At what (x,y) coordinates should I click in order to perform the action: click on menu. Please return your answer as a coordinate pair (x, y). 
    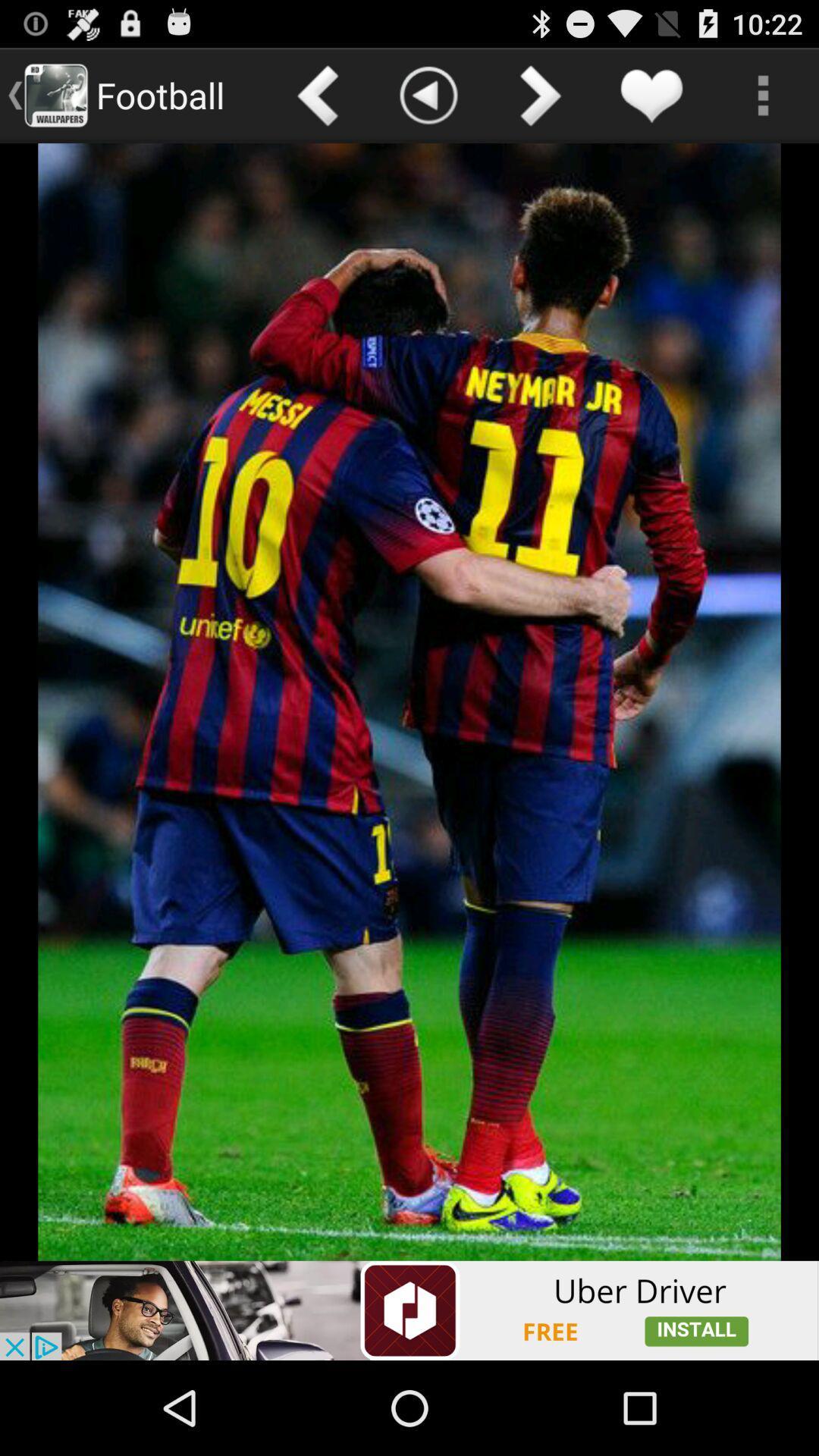
    Looking at the image, I should click on (763, 94).